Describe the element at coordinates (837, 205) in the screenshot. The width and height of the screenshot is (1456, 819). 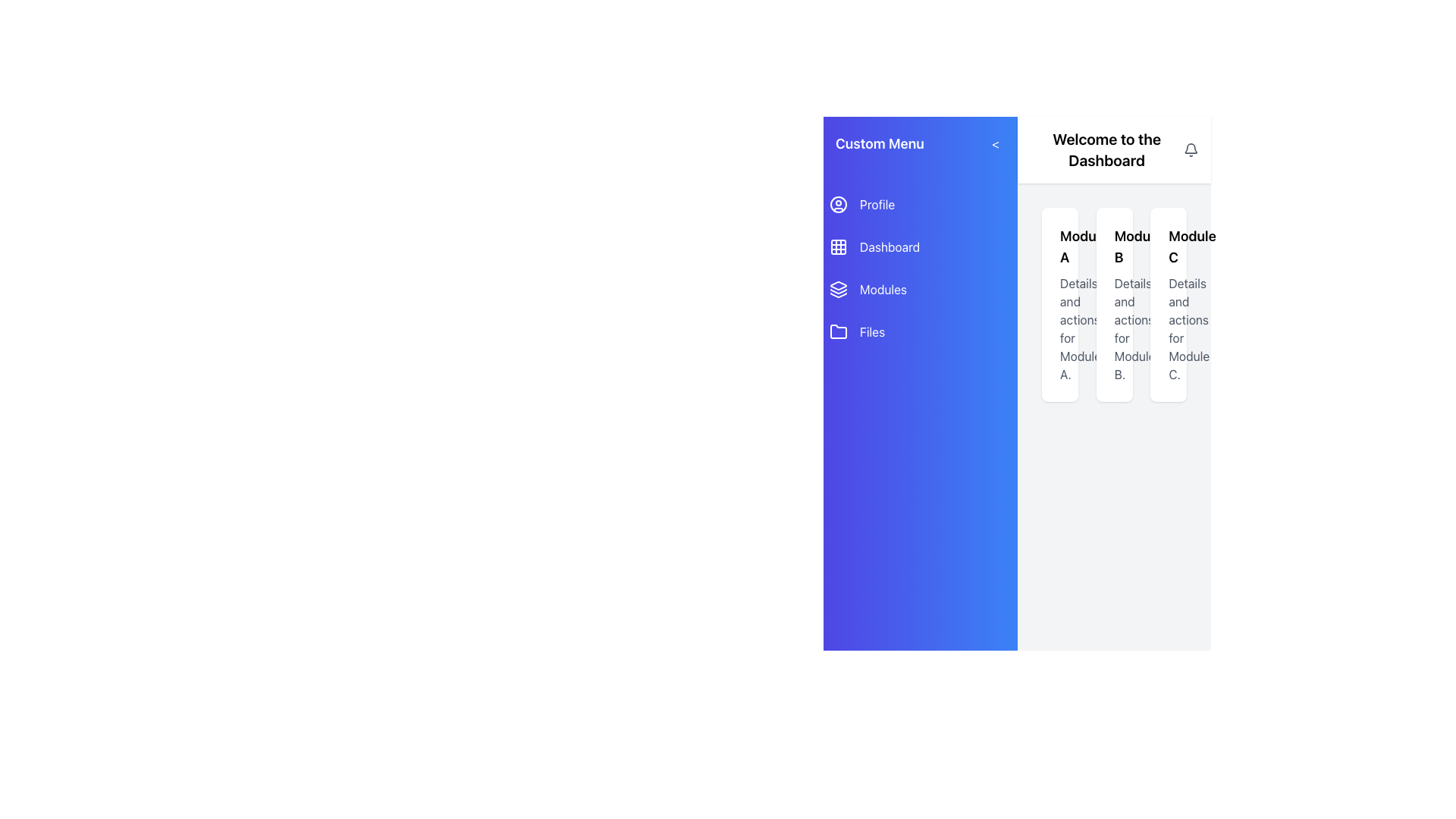
I see `the user profile icon, which is the first icon in the sidebar menu under the 'Custom Menu' header` at that location.